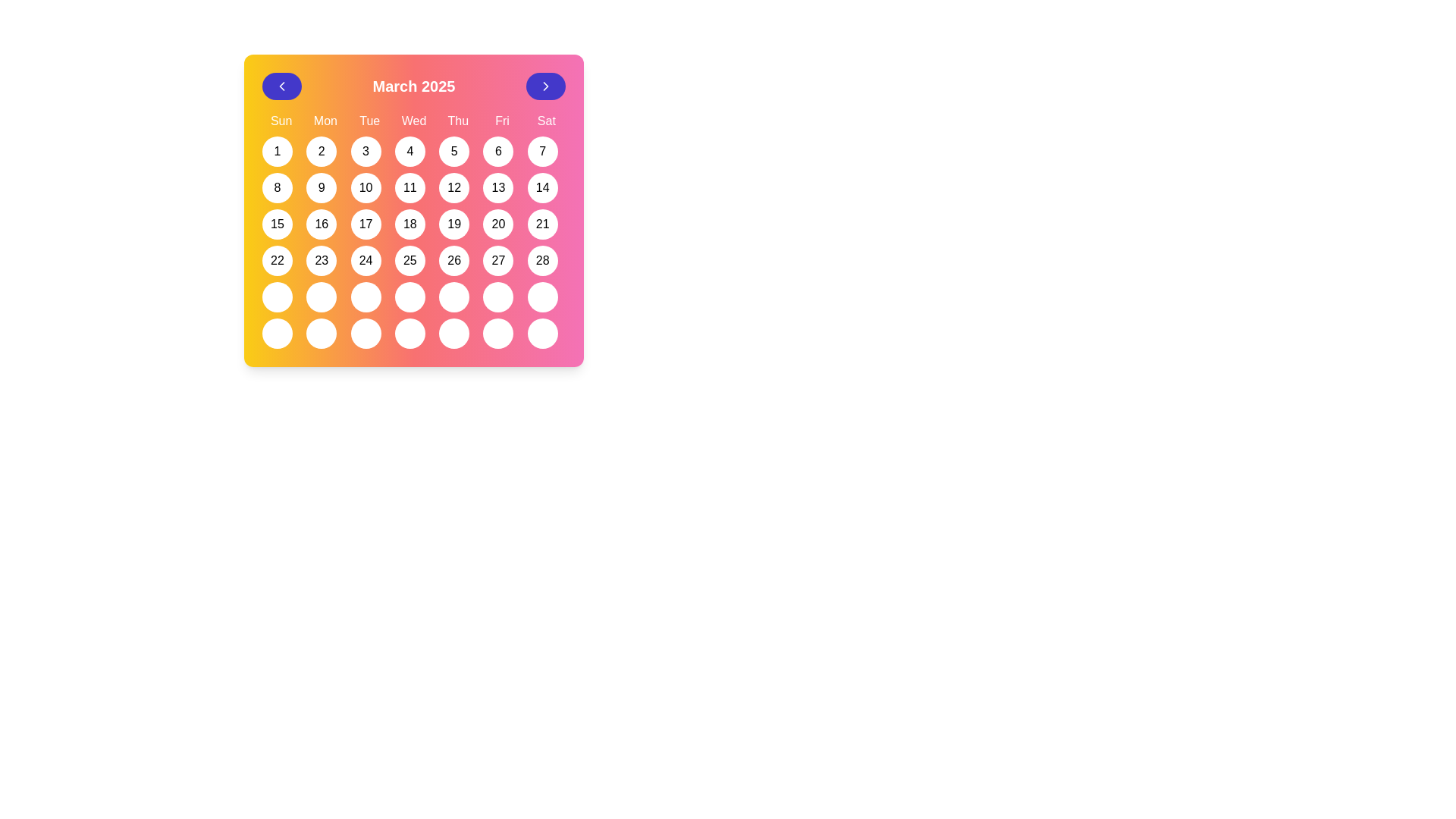 This screenshot has width=1456, height=819. What do you see at coordinates (498, 224) in the screenshot?
I see `the circular button displaying the number '20' in the weekly calendar grid` at bounding box center [498, 224].